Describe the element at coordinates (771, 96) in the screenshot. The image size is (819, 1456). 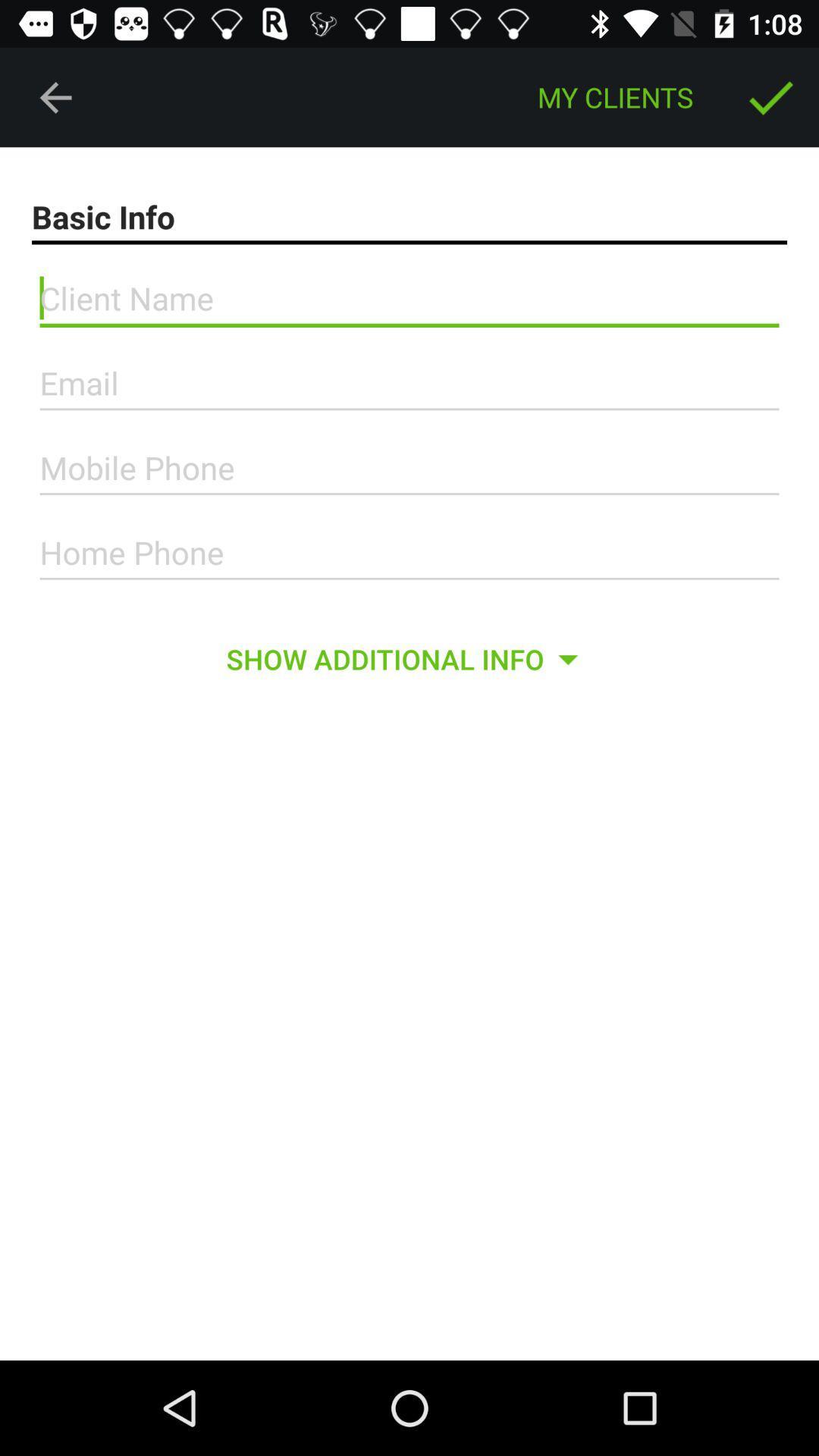
I see `icon to the right of the my clients` at that location.